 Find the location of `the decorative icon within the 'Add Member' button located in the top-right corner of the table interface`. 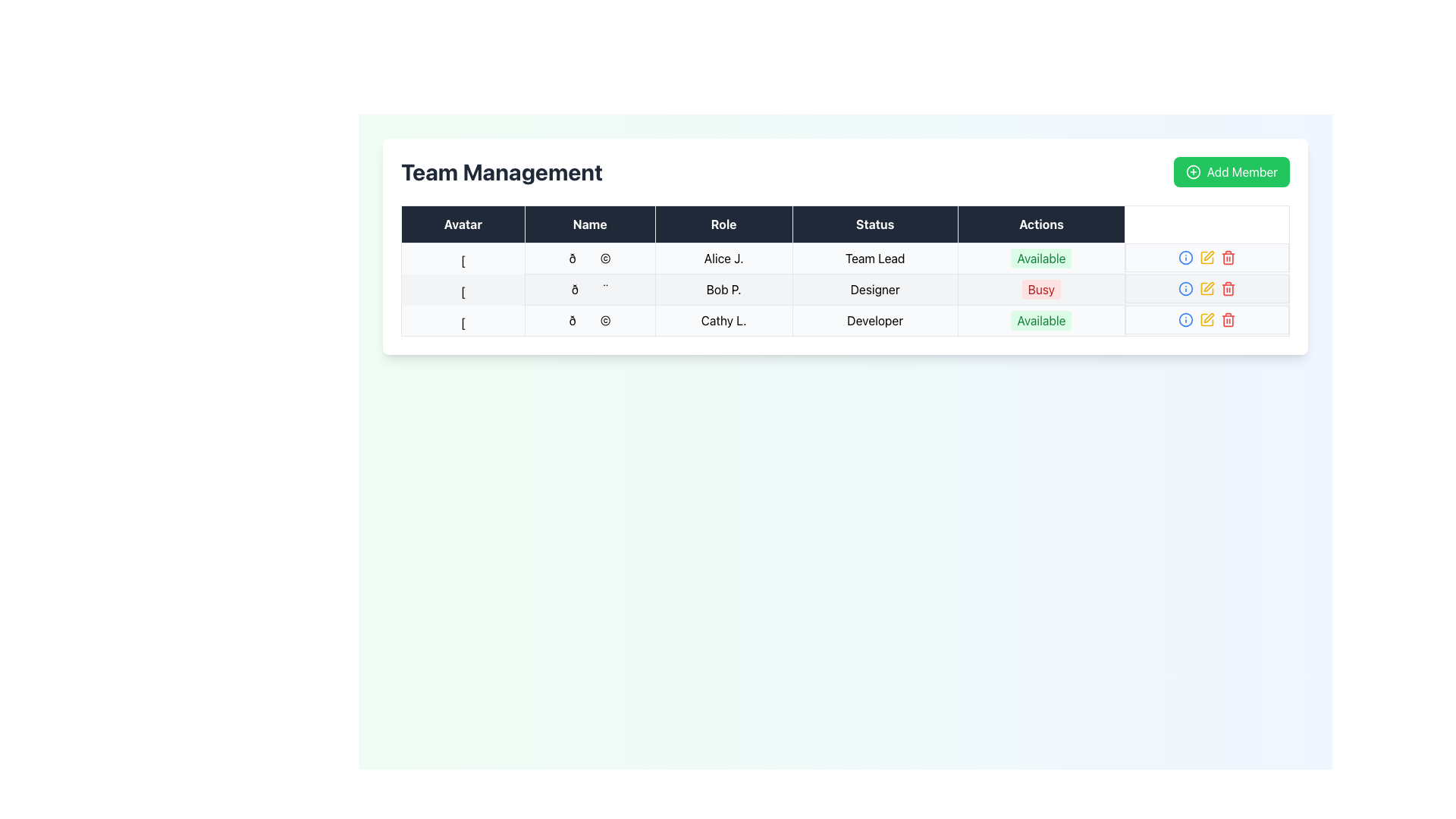

the decorative icon within the 'Add Member' button located in the top-right corner of the table interface is located at coordinates (1192, 171).